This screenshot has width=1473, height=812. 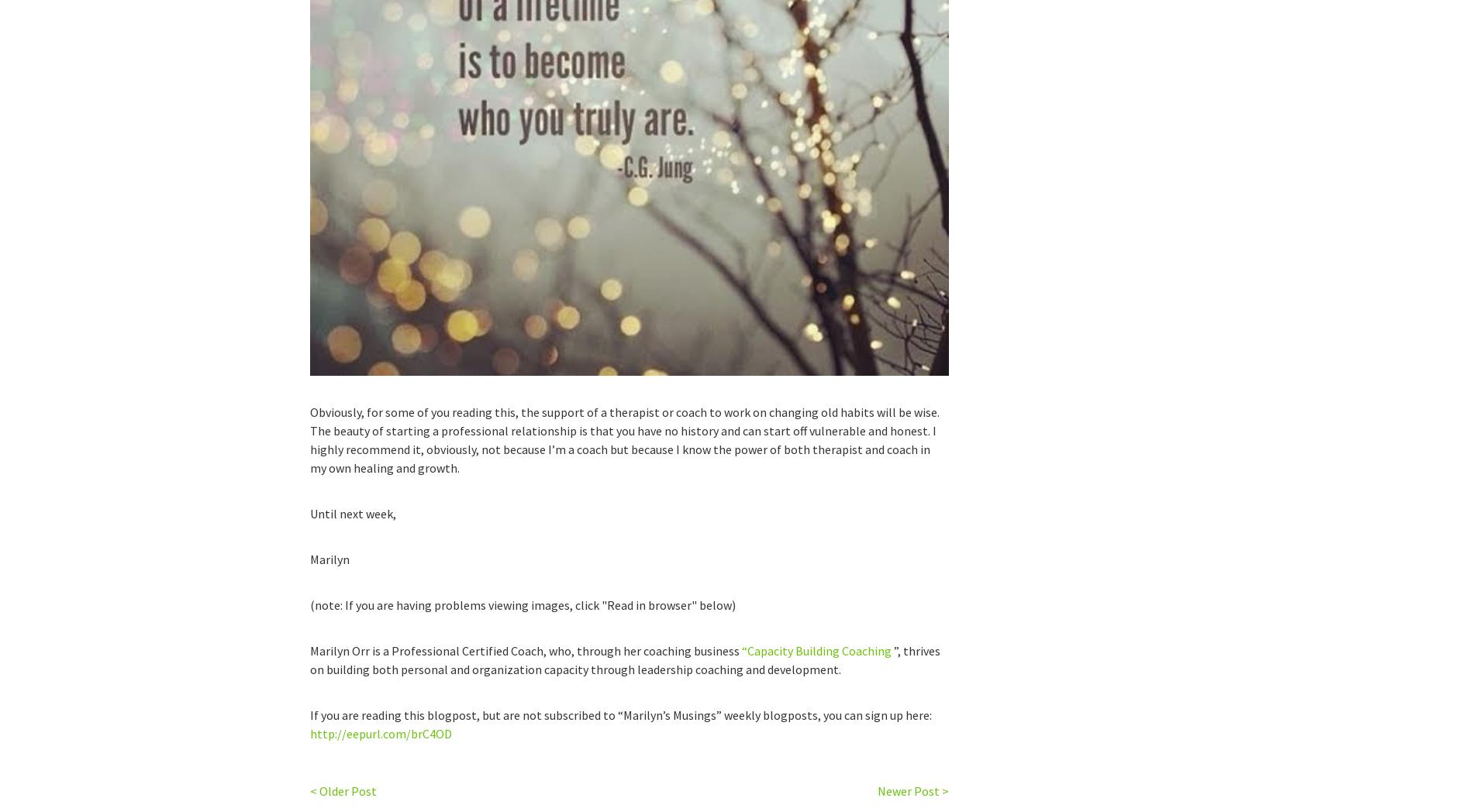 I want to click on '(note: If you are having problems viewing images, click "Read in browser" below)', so click(x=523, y=604).